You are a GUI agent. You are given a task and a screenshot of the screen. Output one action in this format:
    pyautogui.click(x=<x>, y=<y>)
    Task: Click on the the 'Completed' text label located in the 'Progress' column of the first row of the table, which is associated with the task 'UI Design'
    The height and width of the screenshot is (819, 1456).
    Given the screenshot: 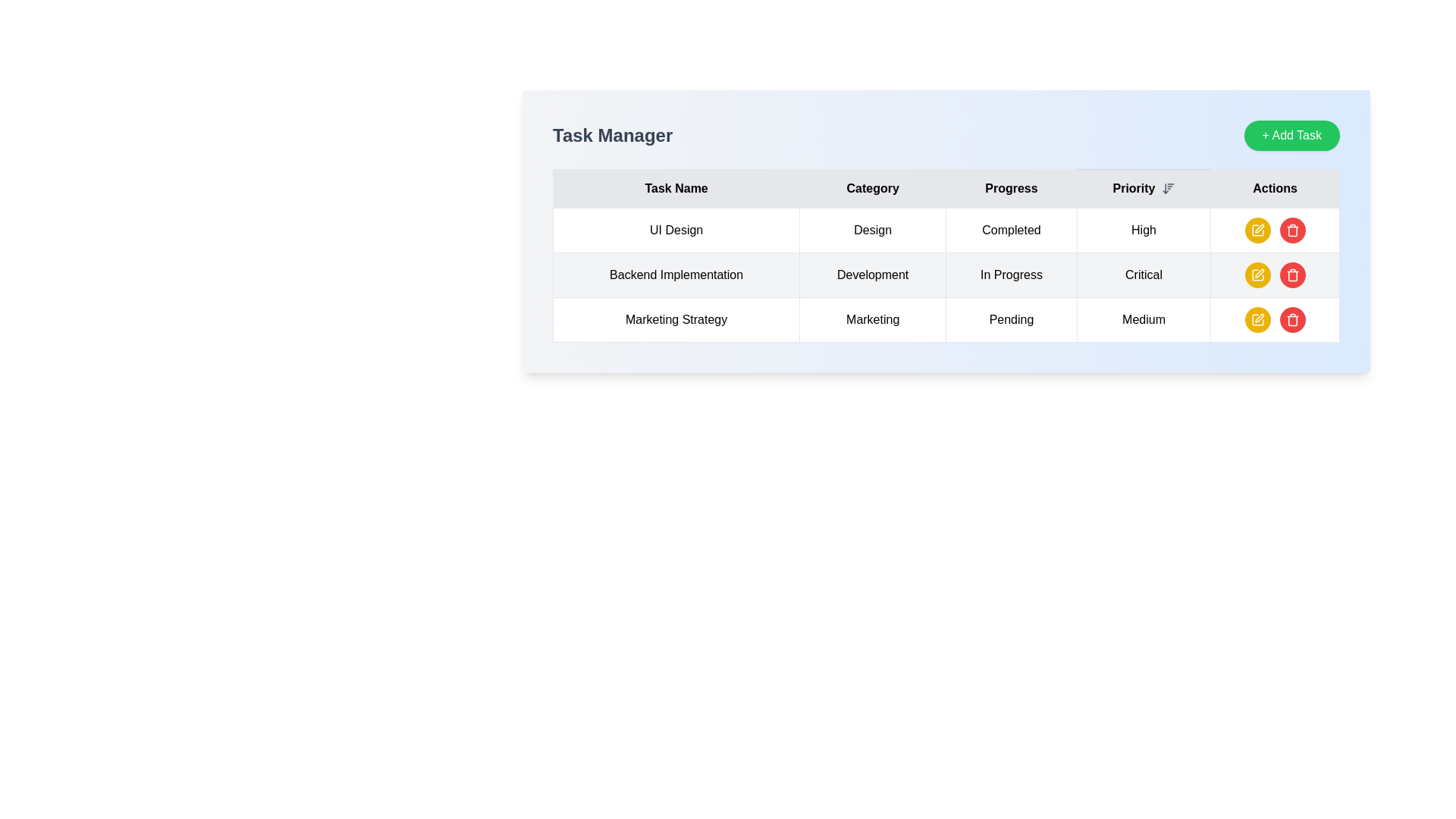 What is the action you would take?
    pyautogui.click(x=1012, y=231)
    